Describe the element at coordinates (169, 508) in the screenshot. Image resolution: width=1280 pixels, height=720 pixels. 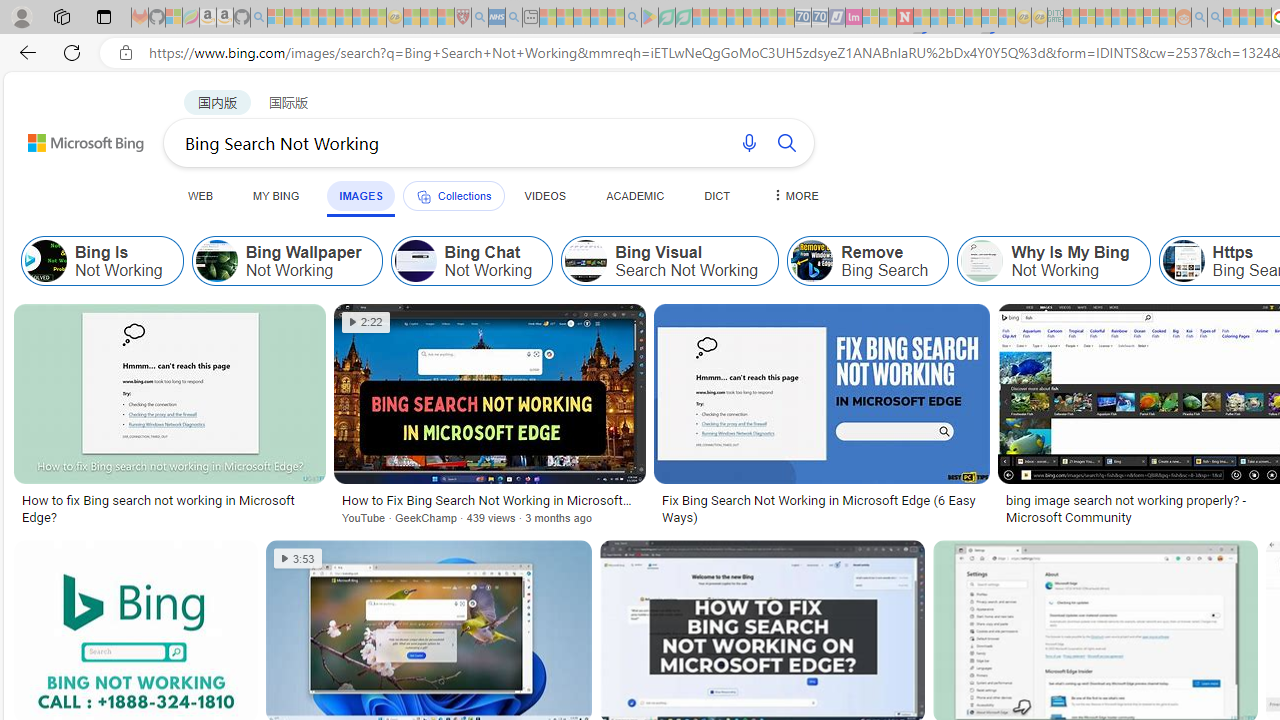
I see `'How to fix Bing search not working in Microsoft Edge?'` at that location.